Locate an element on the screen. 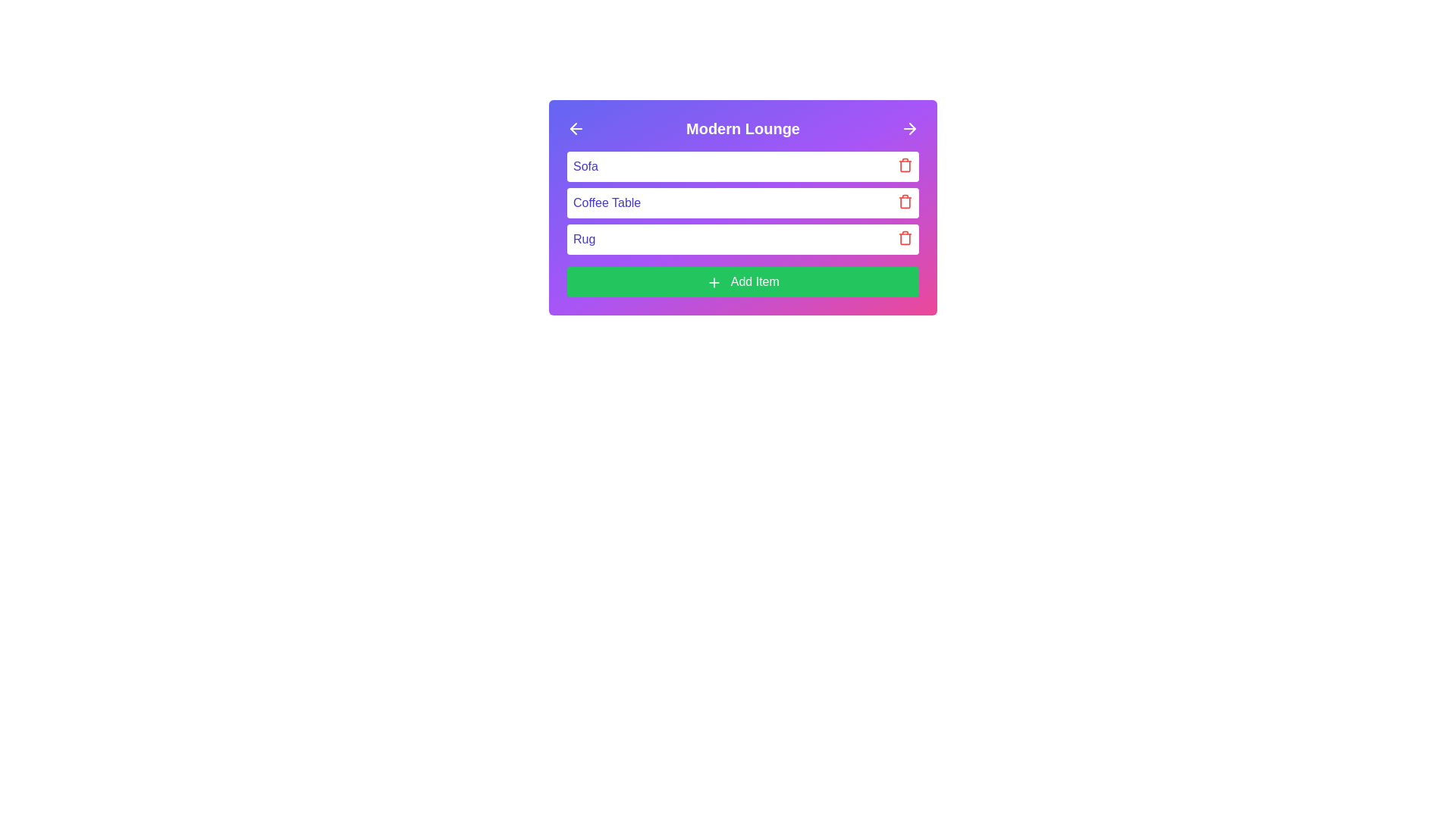 The width and height of the screenshot is (1456, 819). the left-pointing arrow icon in the card labeled 'Modern Lounge', which is styled with no fill color and a visible stroke is located at coordinates (573, 127).